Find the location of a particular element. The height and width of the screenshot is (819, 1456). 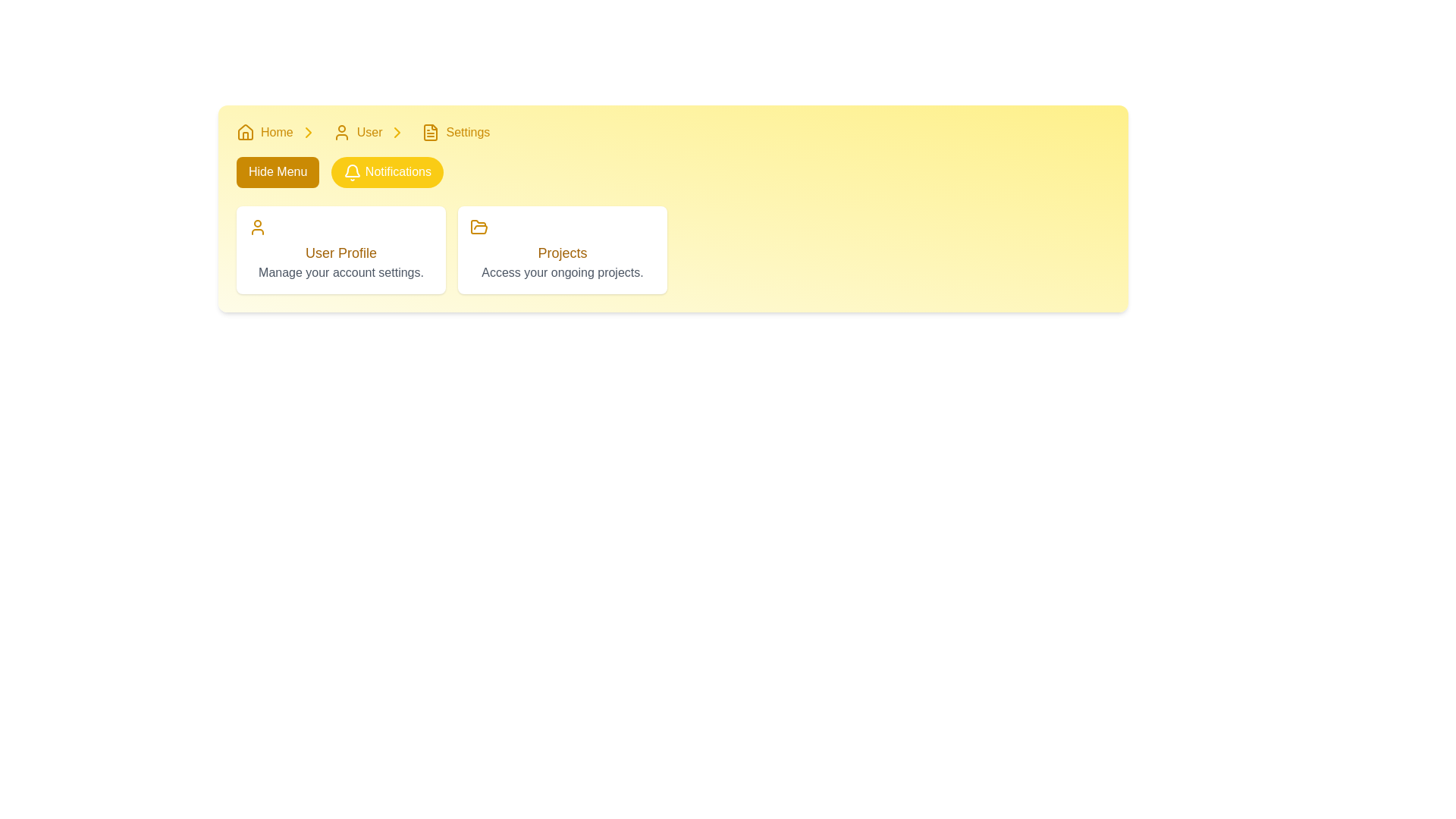

the Projects icon located above the 'Projects' text and the description 'Access your ongoing projects.' is located at coordinates (479, 227).